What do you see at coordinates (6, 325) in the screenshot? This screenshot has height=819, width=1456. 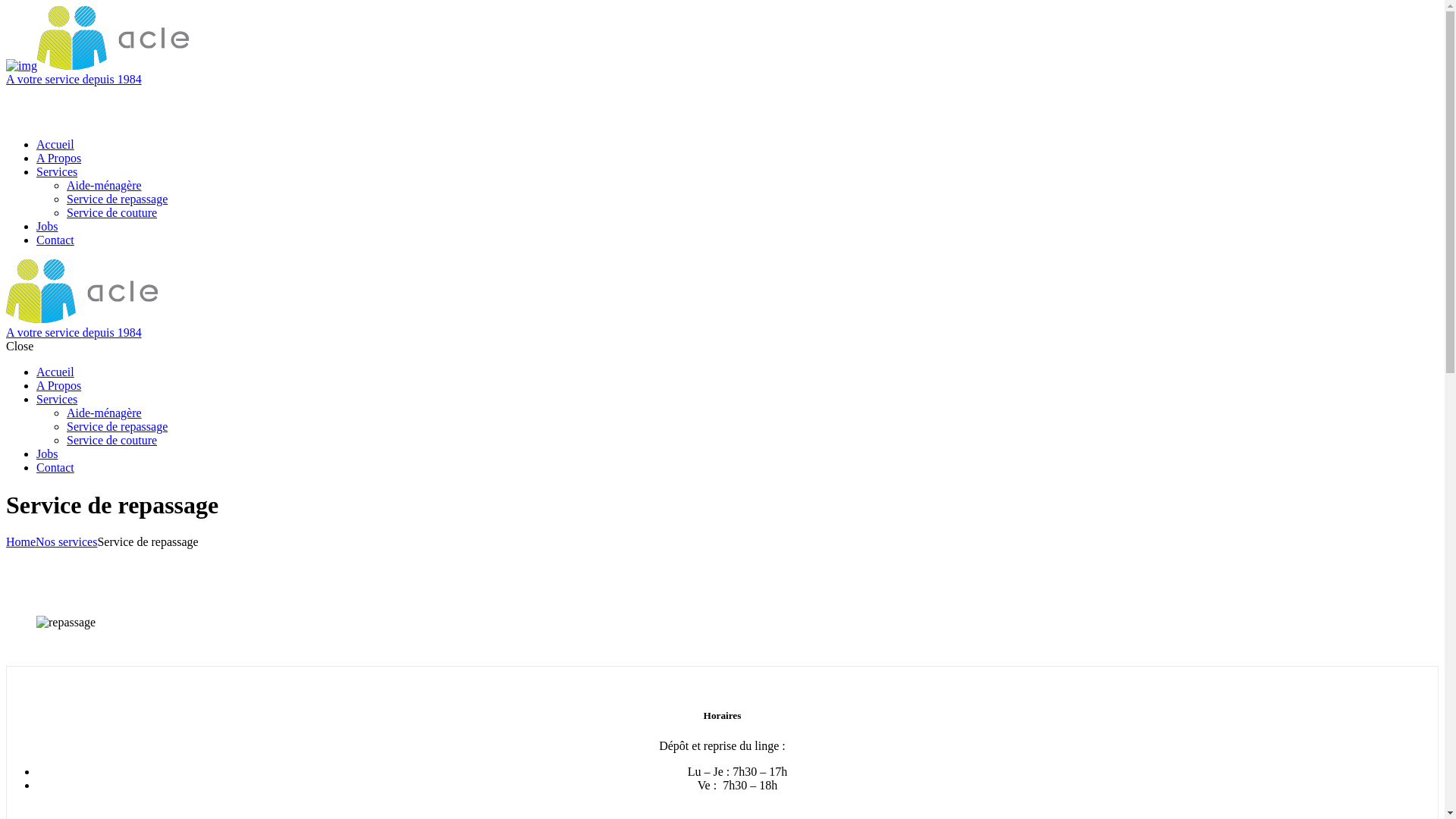 I see `'A votre service depuis 1984'` at bounding box center [6, 325].